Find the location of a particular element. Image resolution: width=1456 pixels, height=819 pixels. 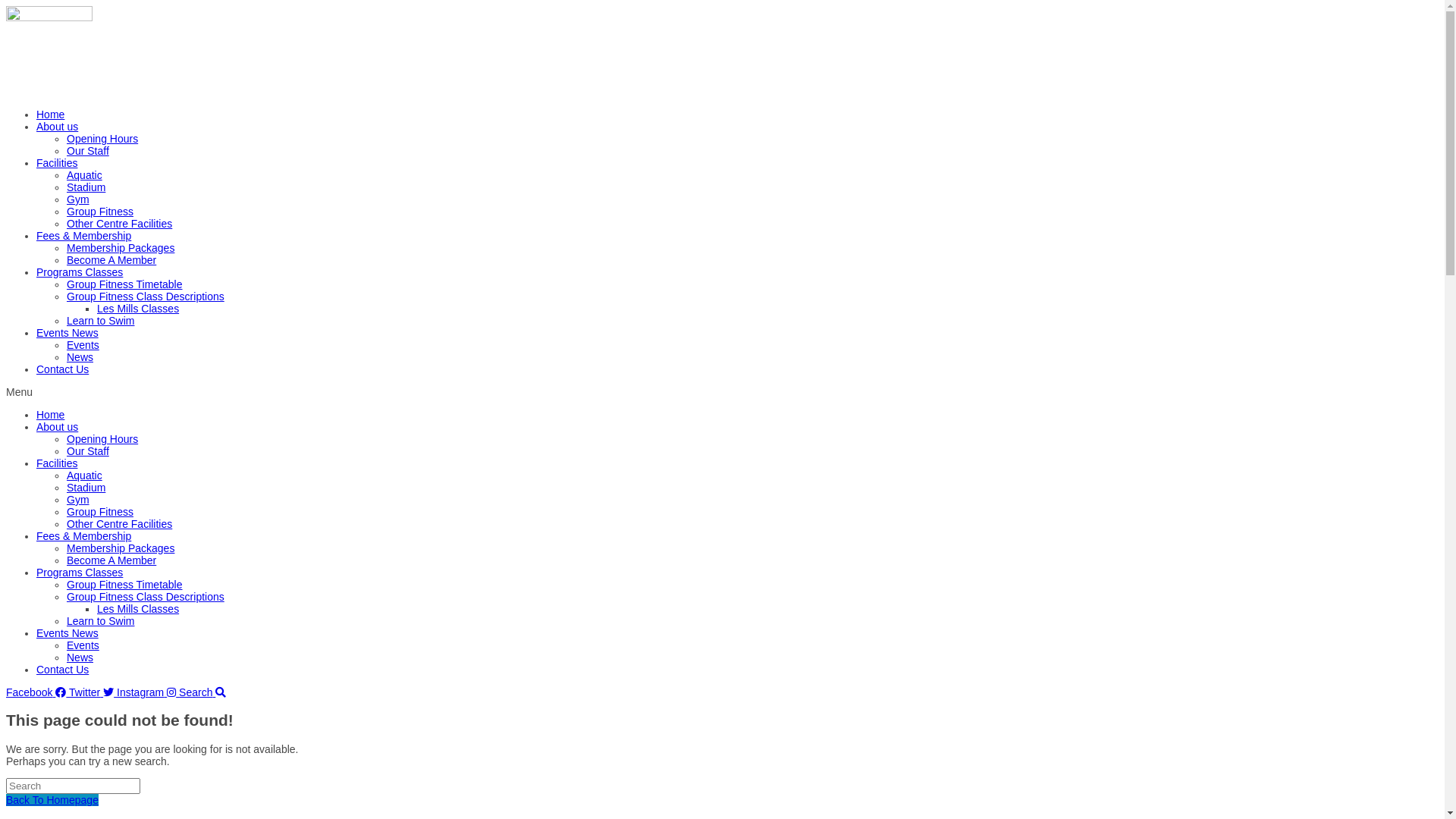

'Search' is located at coordinates (202, 692).